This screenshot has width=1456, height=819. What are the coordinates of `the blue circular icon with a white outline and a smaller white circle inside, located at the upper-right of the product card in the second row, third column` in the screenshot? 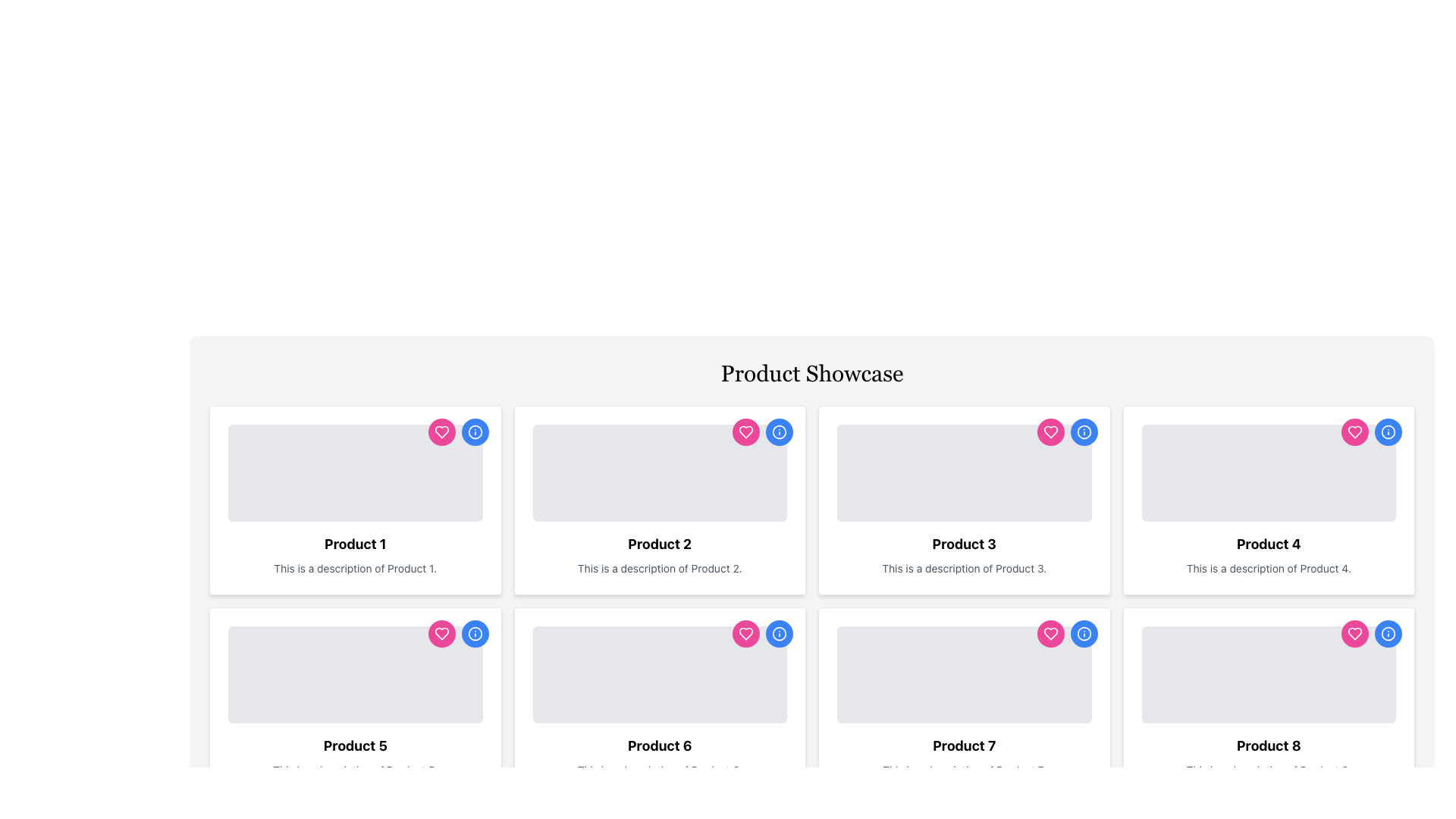 It's located at (779, 634).